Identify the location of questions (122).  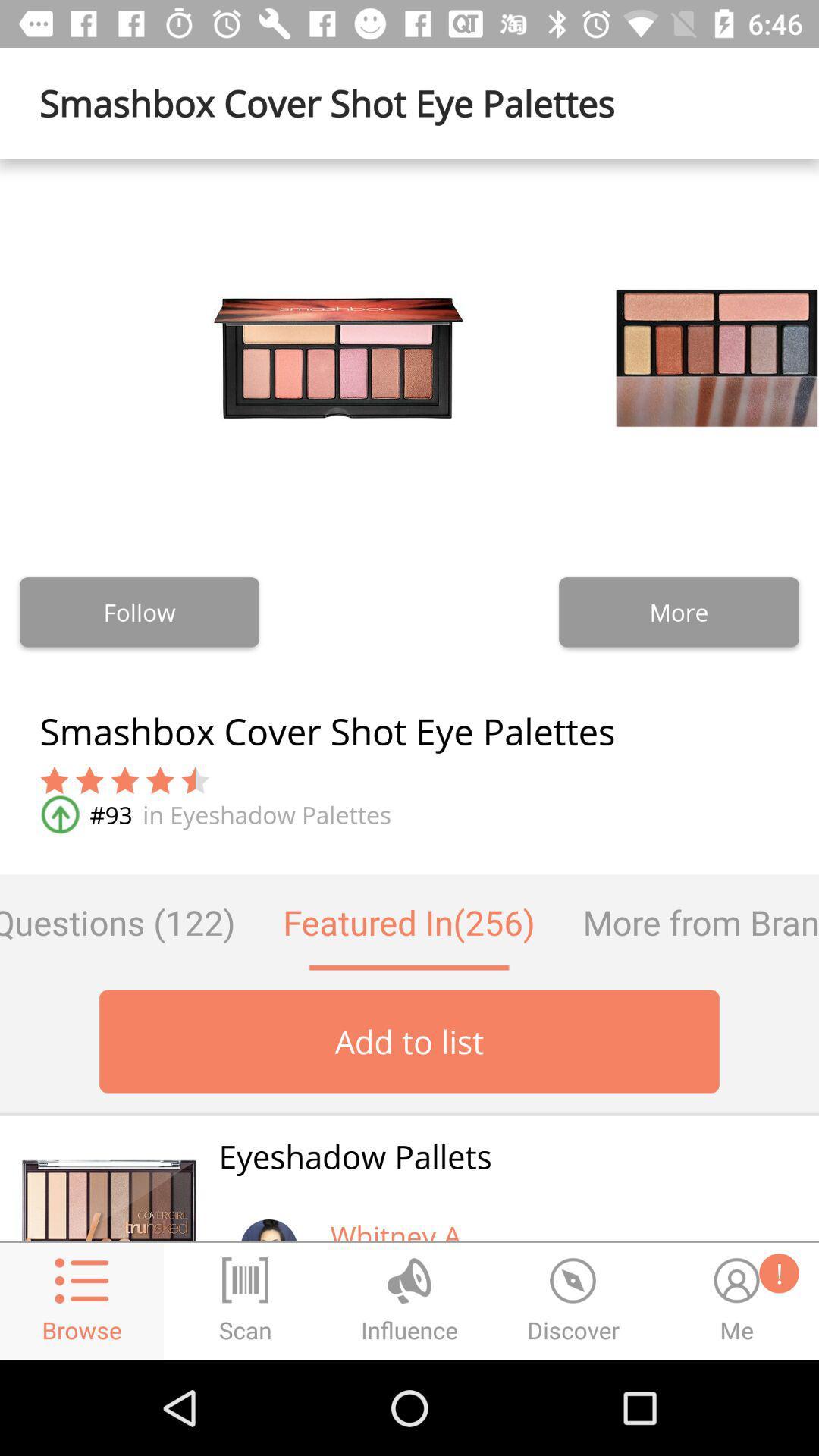
(128, 921).